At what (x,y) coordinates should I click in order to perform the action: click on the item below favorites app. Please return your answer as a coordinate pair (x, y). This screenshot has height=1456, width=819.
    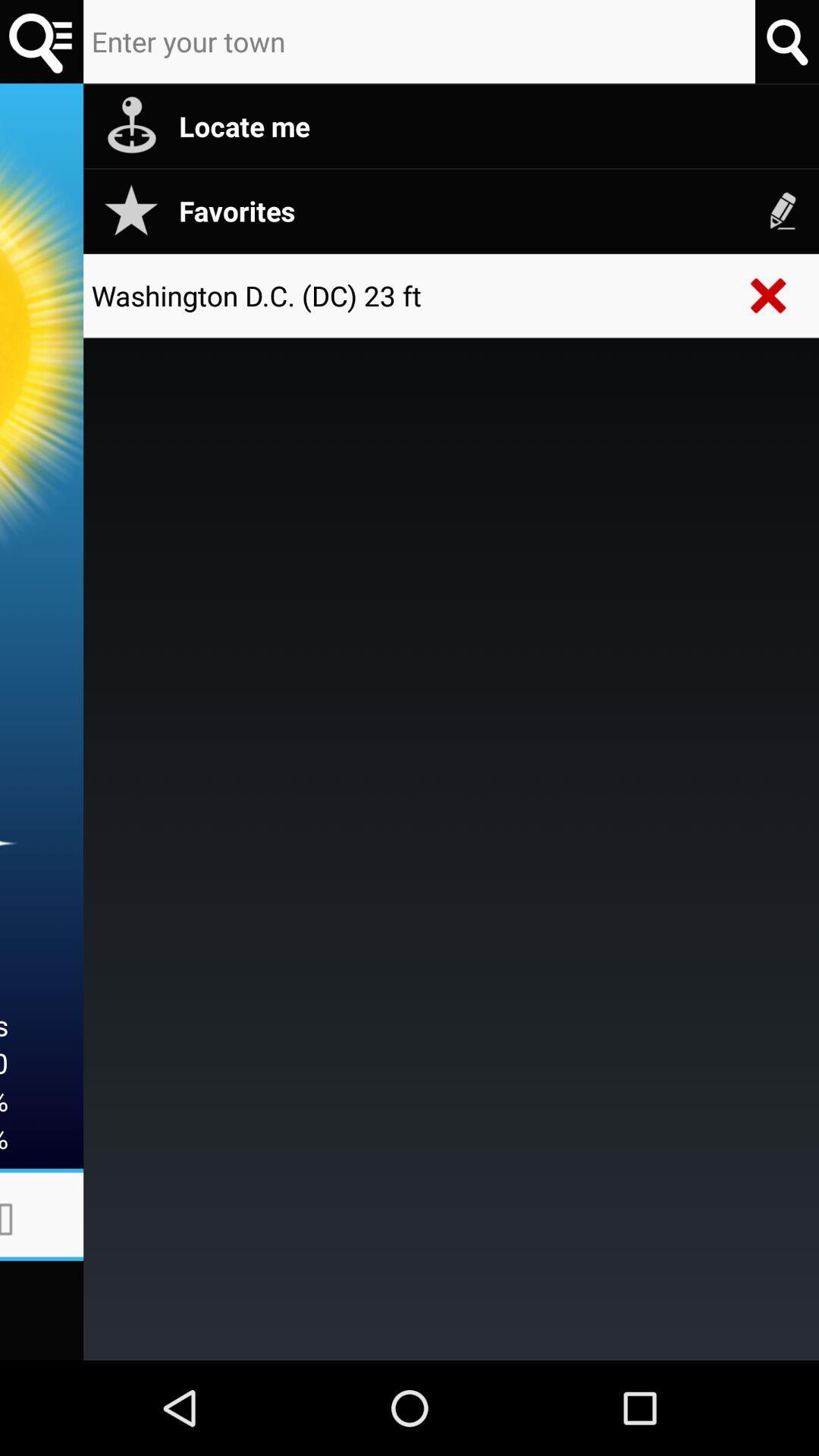
    Looking at the image, I should click on (769, 295).